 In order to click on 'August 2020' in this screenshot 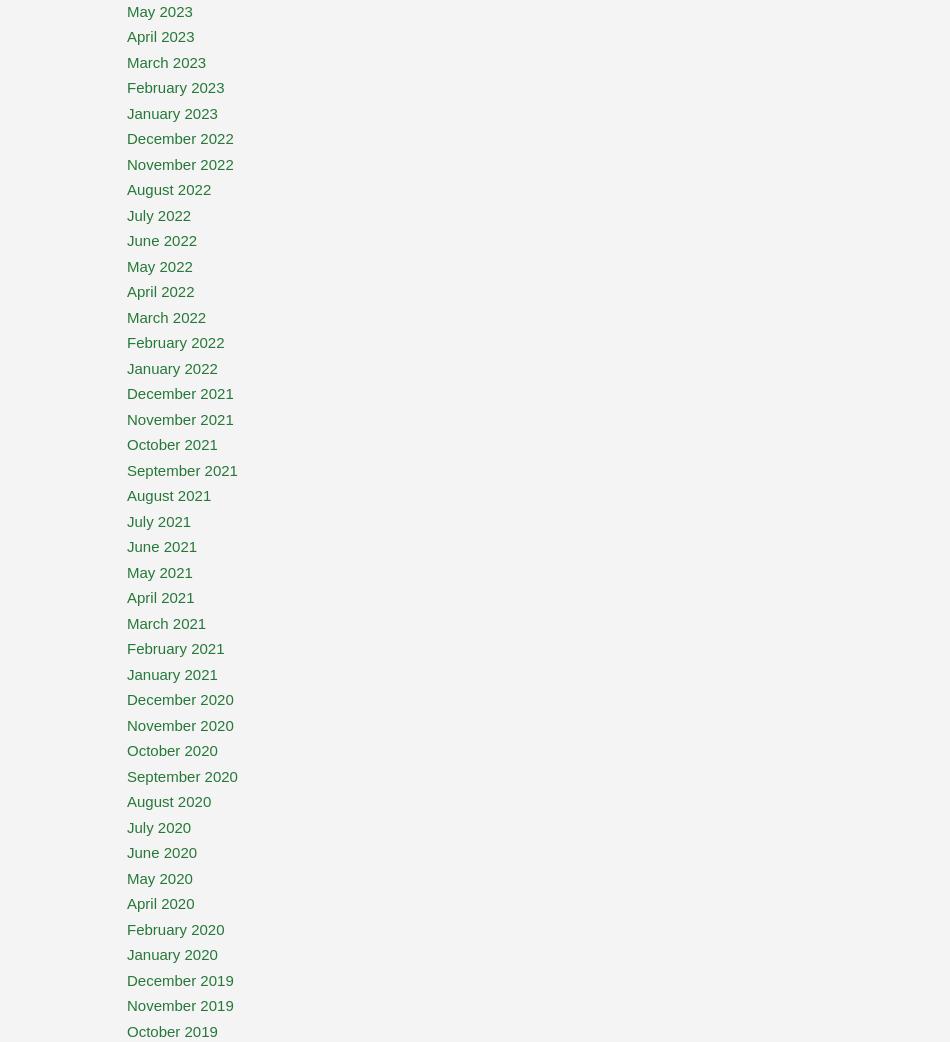, I will do `click(127, 801)`.